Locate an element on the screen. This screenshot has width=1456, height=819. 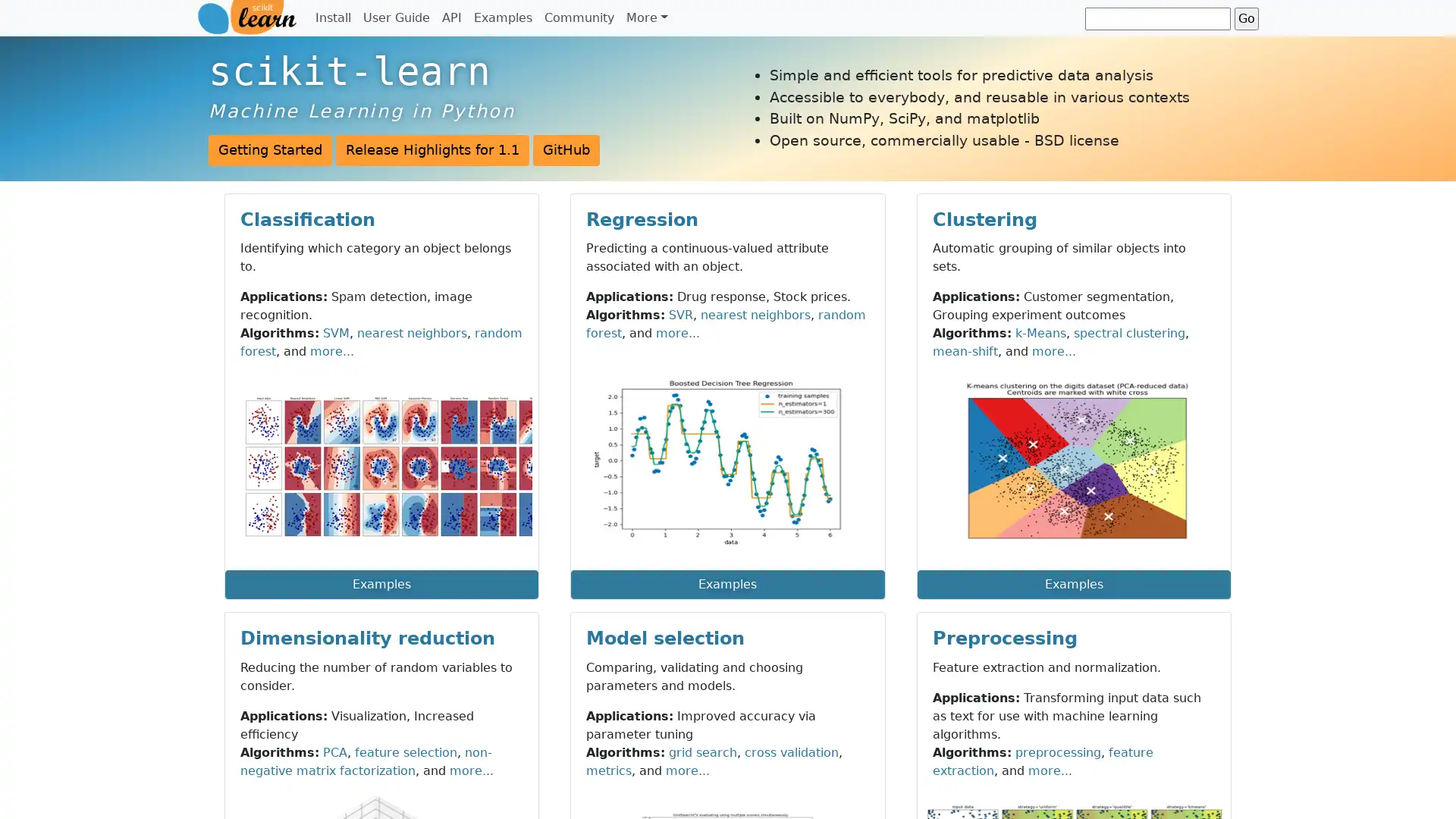
GitHub is located at coordinates (566, 149).